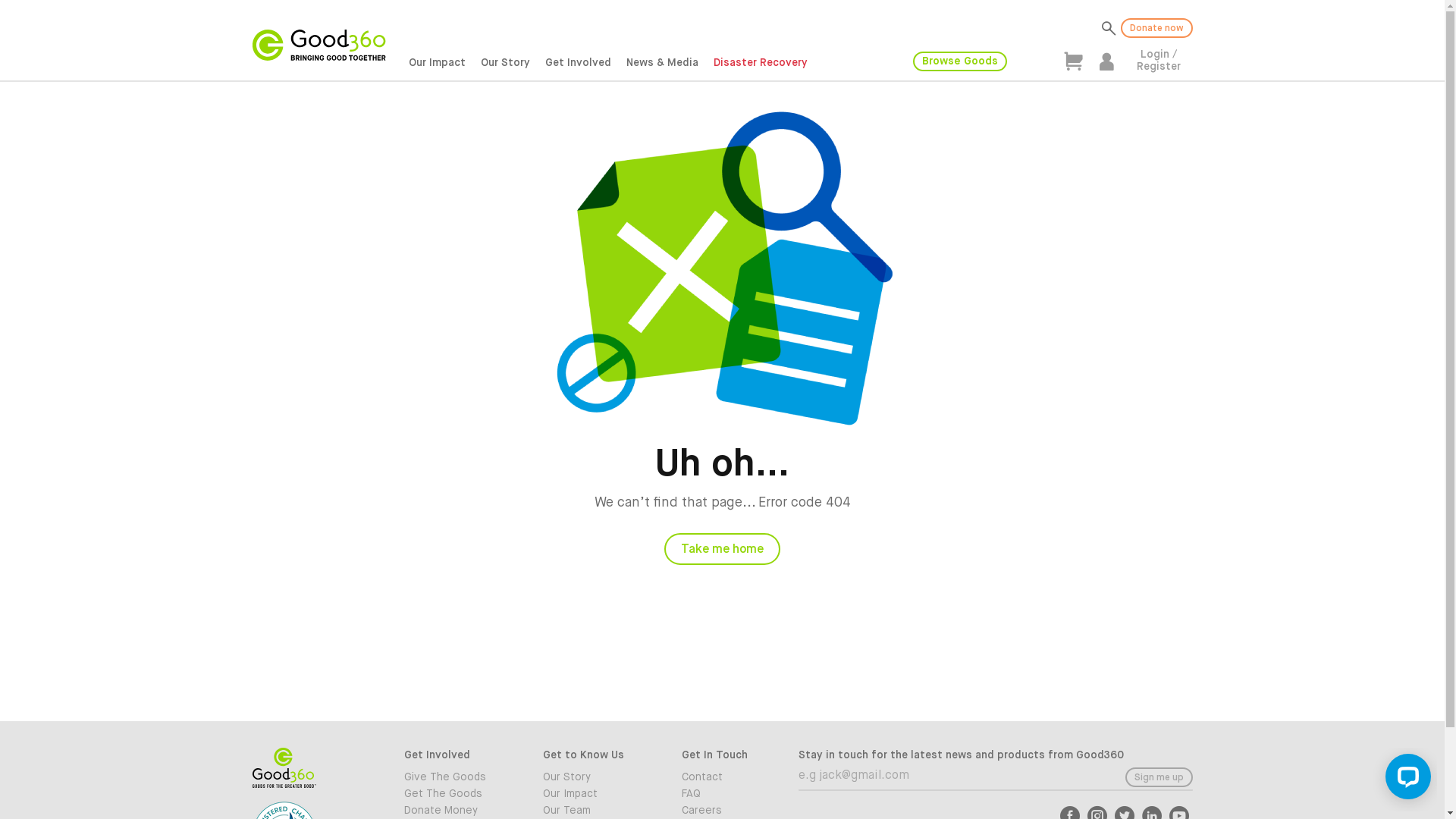 This screenshot has width=1456, height=819. What do you see at coordinates (664, 549) in the screenshot?
I see `'Take me home'` at bounding box center [664, 549].